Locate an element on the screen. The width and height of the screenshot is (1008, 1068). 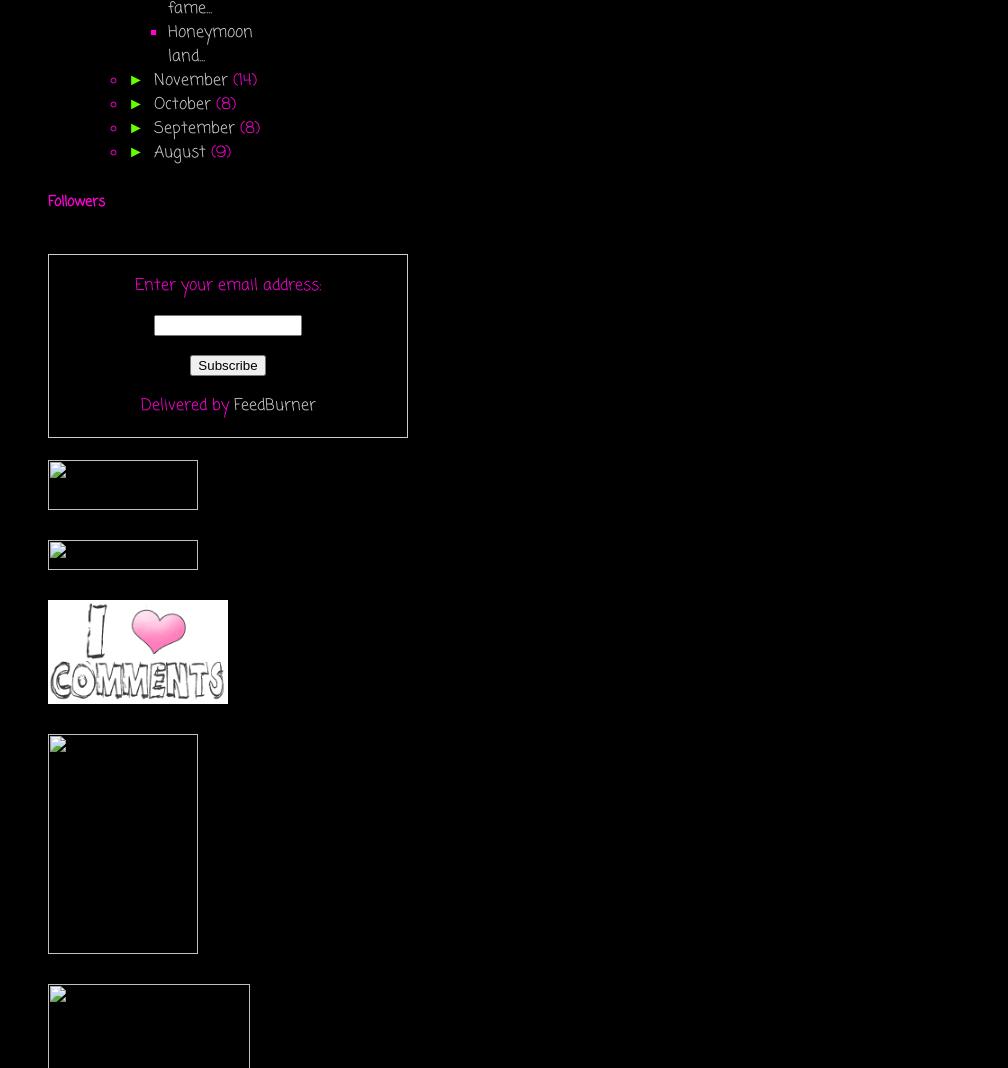
'August' is located at coordinates (181, 151).